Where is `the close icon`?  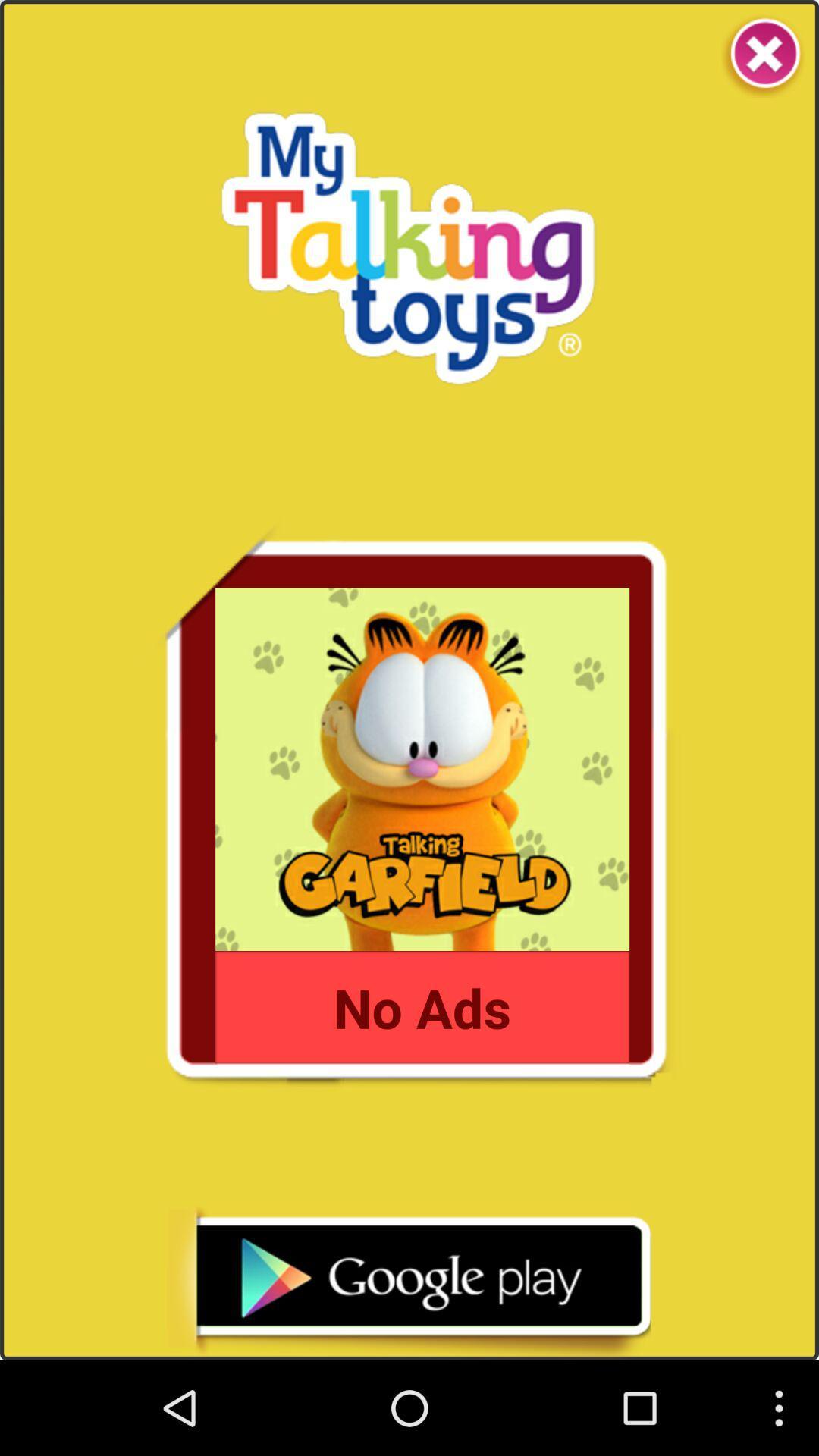 the close icon is located at coordinates (763, 60).